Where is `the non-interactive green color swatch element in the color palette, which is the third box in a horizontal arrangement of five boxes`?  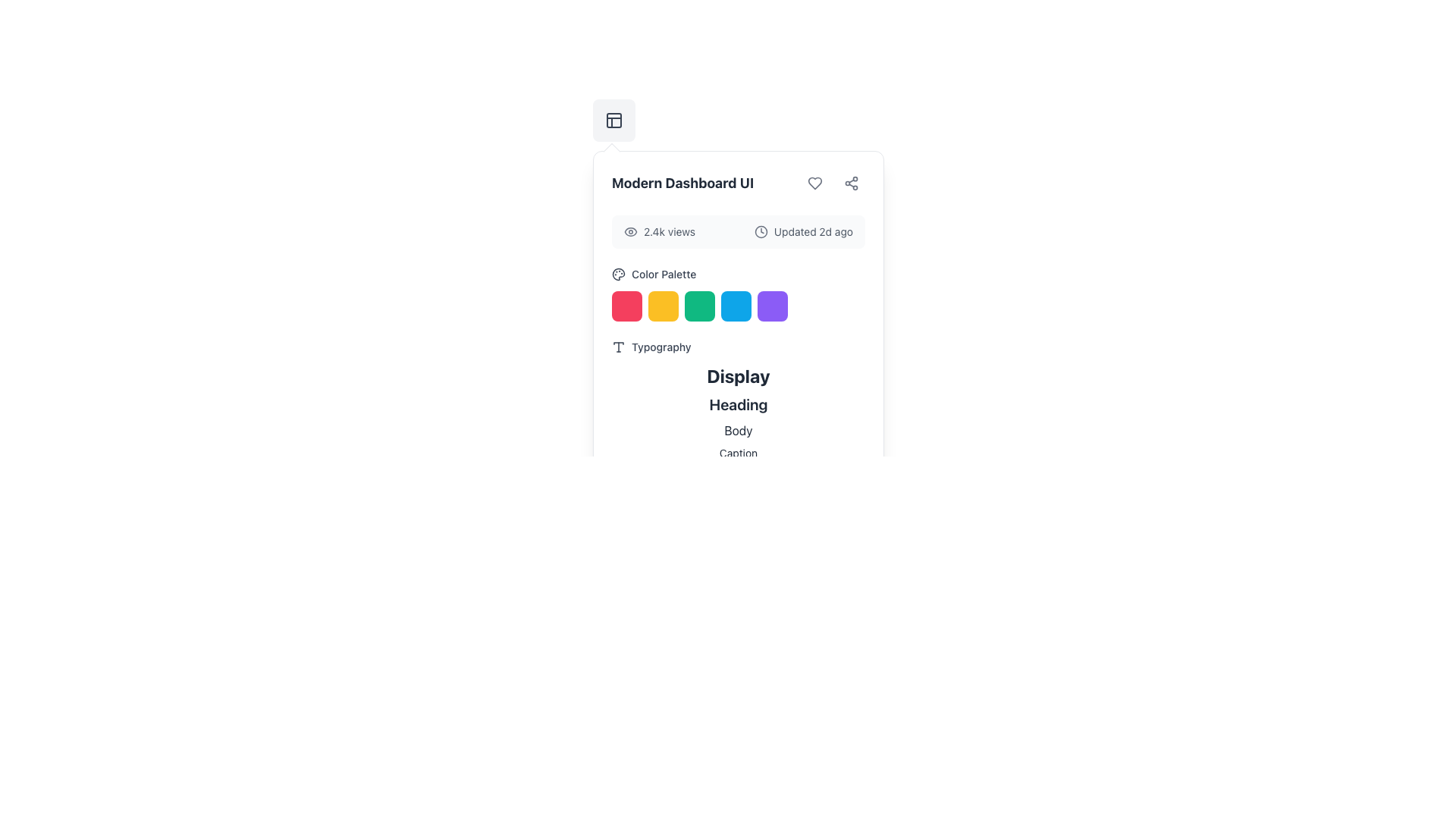 the non-interactive green color swatch element in the color palette, which is the third box in a horizontal arrangement of five boxes is located at coordinates (698, 306).